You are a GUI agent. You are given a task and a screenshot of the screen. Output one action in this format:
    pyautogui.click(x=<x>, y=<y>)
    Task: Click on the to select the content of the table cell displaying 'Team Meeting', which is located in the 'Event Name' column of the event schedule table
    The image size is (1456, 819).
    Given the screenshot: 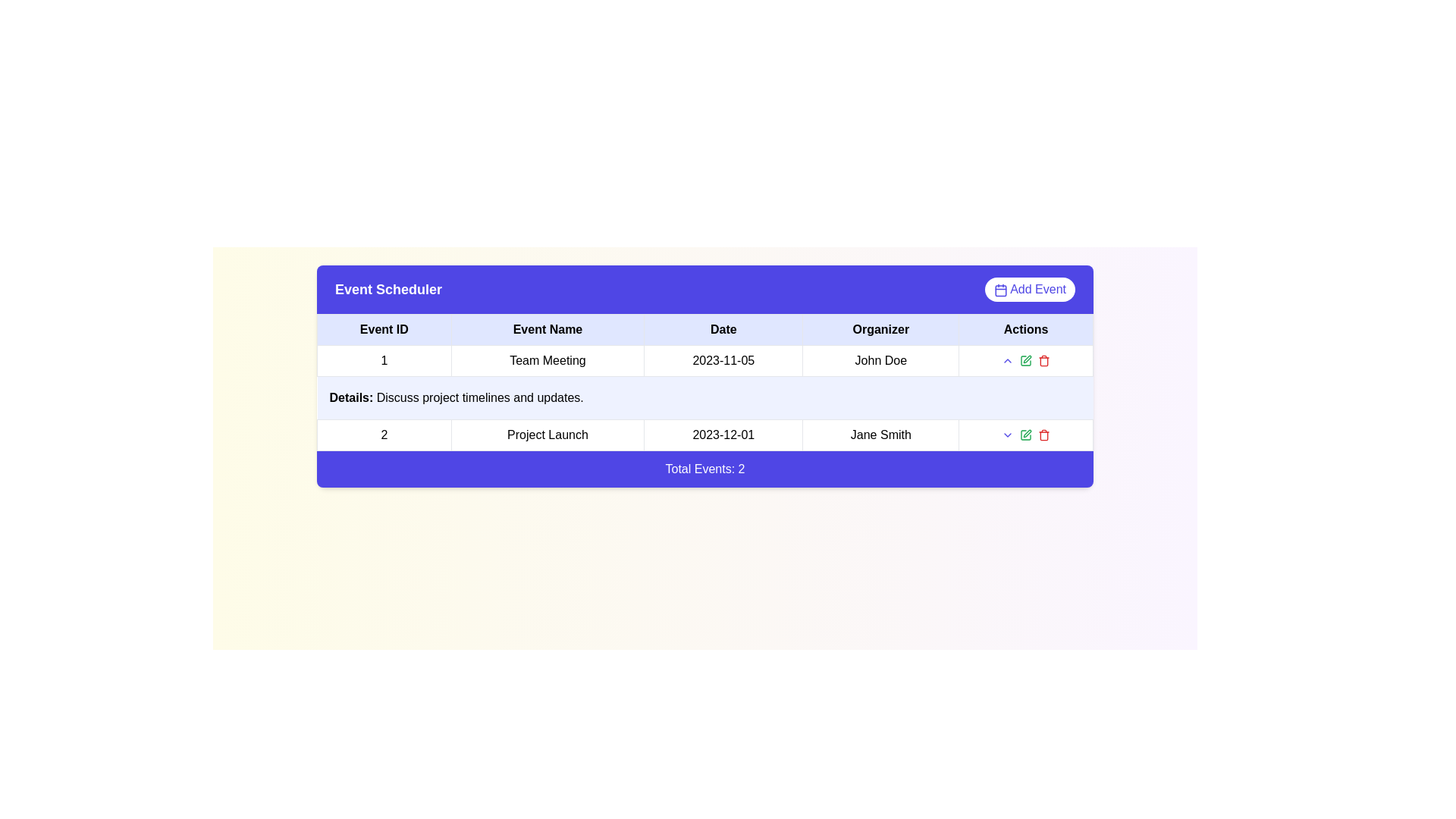 What is the action you would take?
    pyautogui.click(x=547, y=360)
    